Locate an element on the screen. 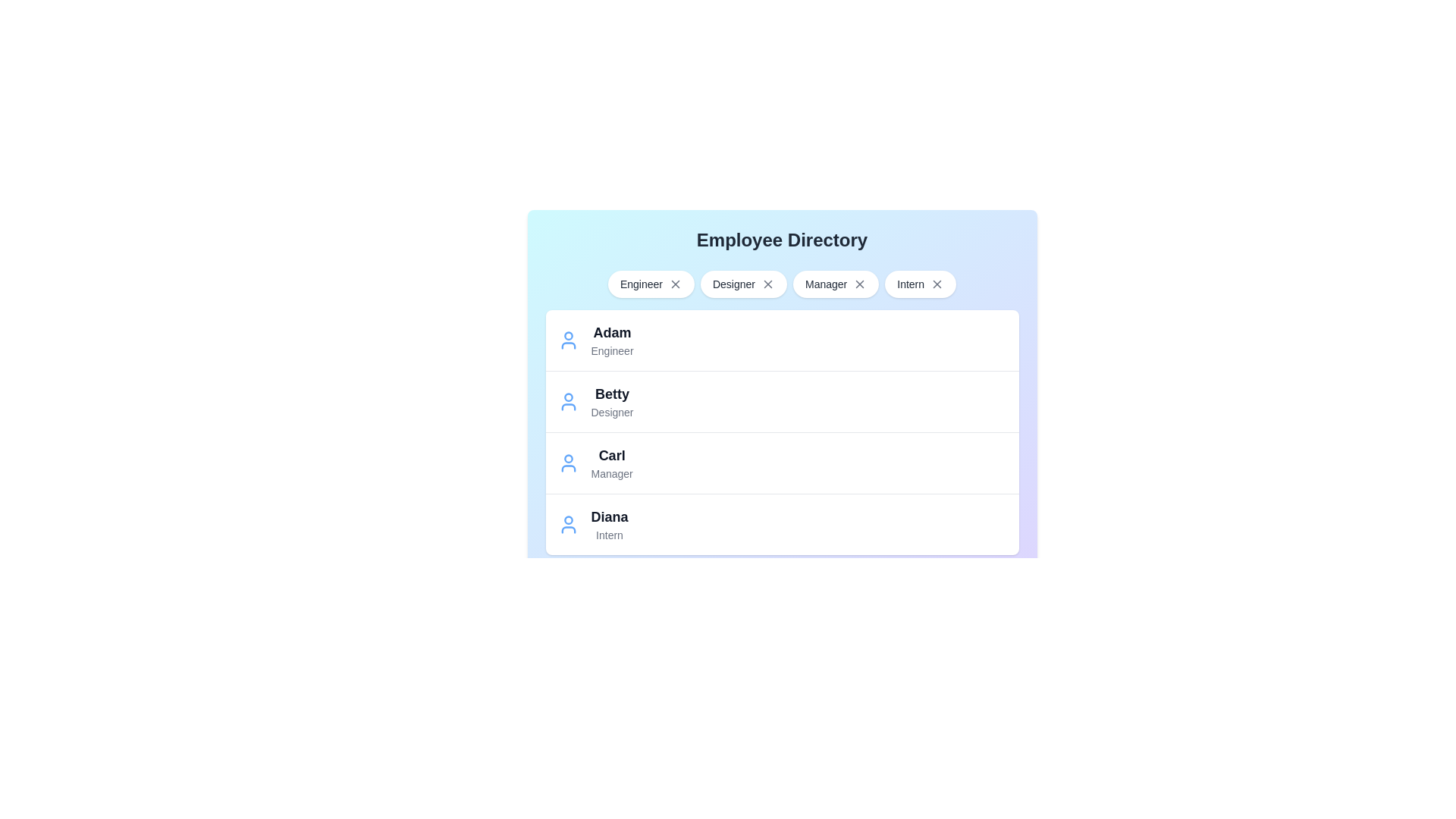  close button next to the role Engineer to remove it is located at coordinates (674, 284).